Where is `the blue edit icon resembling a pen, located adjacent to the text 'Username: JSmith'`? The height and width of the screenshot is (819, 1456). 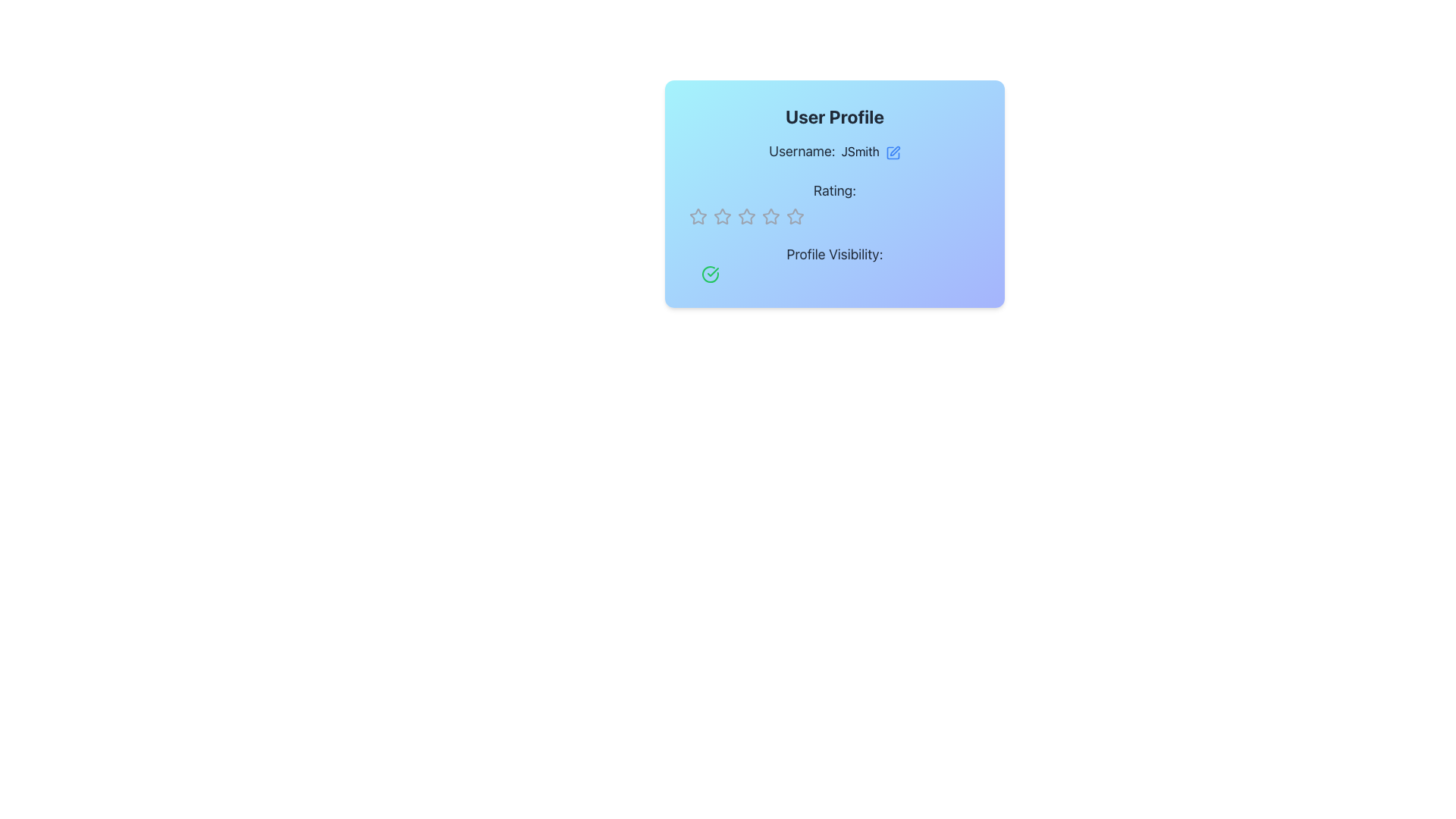
the blue edit icon resembling a pen, located adjacent to the text 'Username: JSmith' is located at coordinates (895, 151).